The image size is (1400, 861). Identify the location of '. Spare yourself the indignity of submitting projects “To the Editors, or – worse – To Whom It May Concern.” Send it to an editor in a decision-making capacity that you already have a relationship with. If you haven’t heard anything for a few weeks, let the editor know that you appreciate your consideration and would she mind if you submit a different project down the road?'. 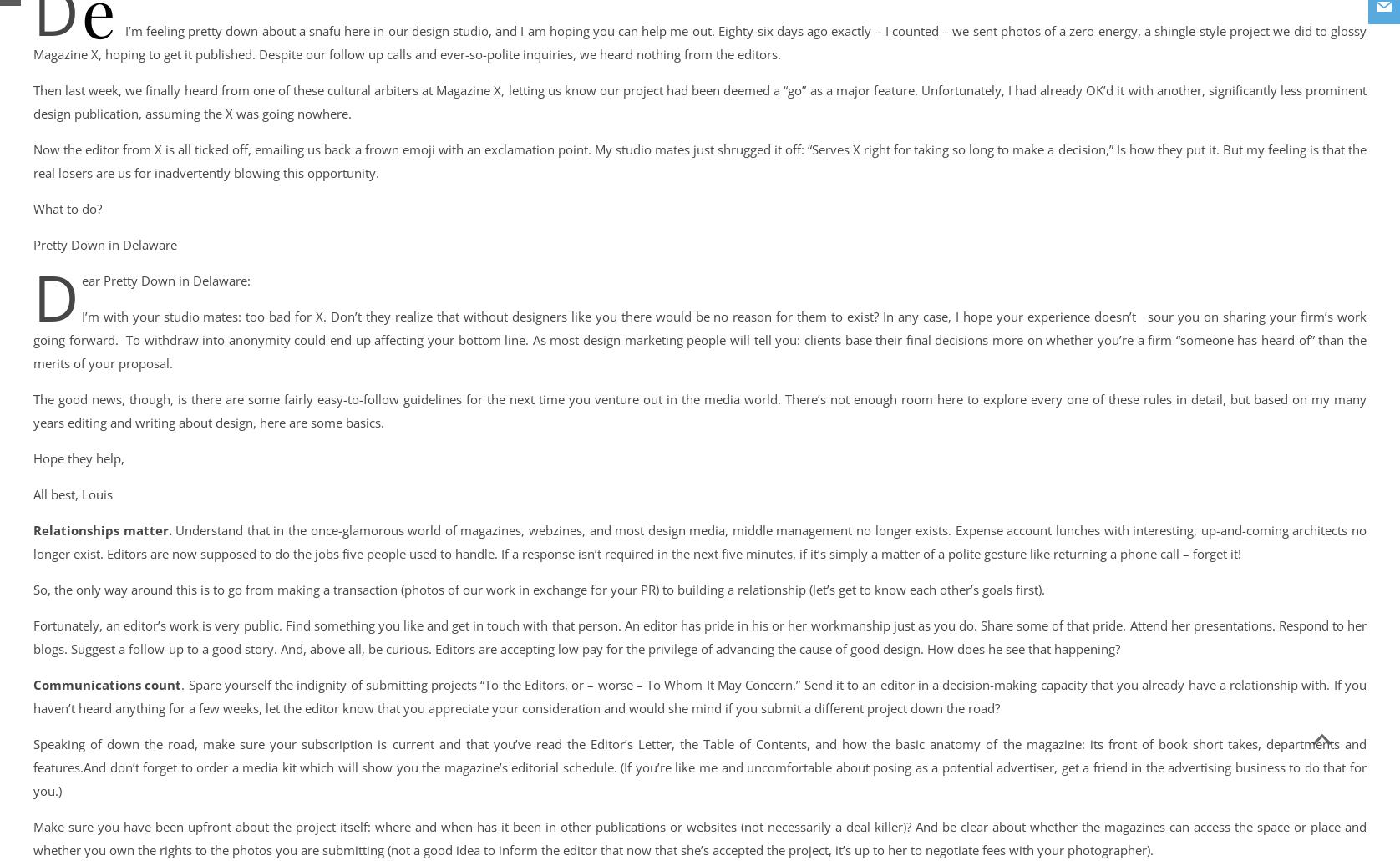
(700, 696).